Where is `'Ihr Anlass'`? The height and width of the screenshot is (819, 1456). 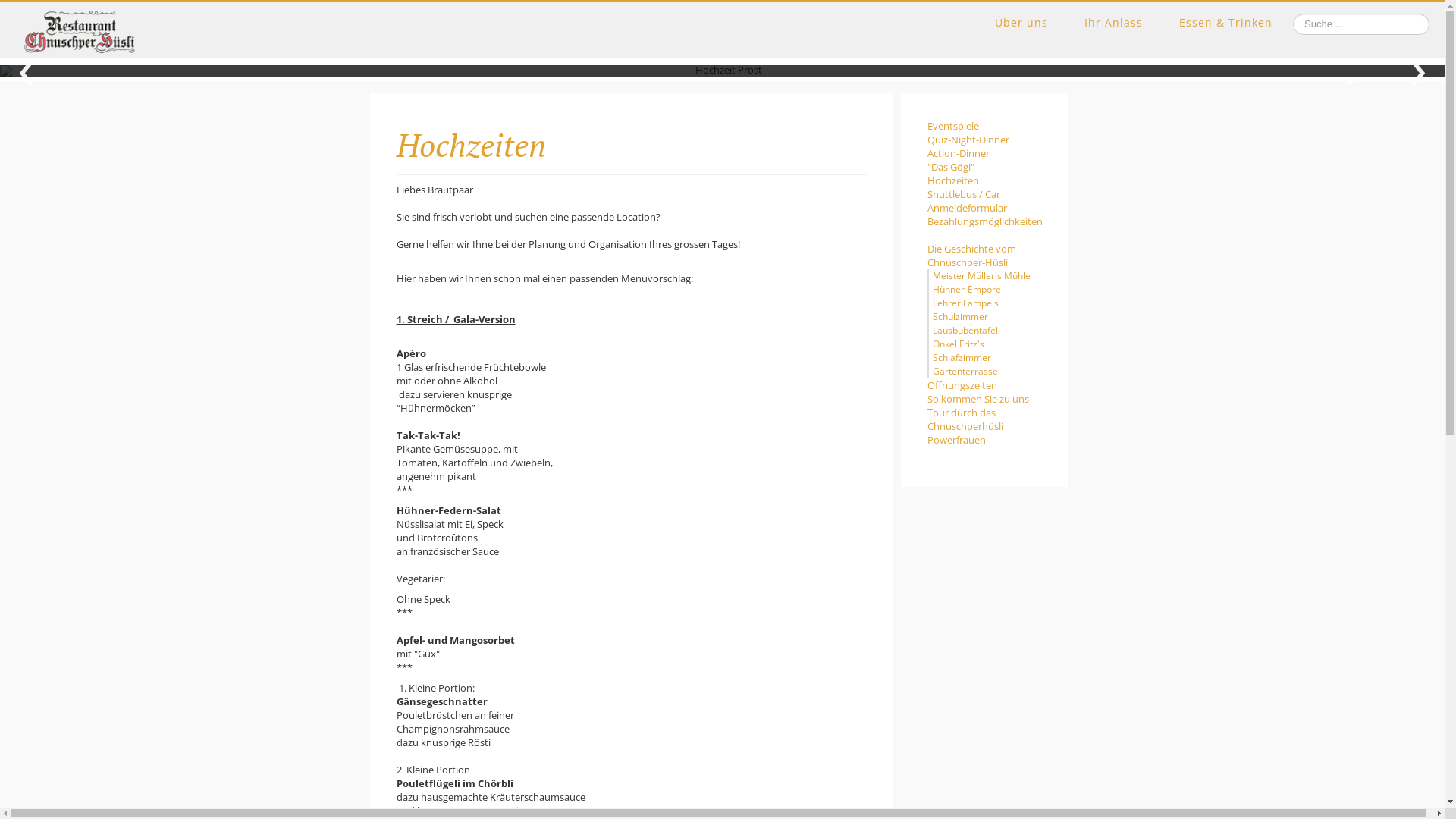 'Ihr Anlass' is located at coordinates (1113, 23).